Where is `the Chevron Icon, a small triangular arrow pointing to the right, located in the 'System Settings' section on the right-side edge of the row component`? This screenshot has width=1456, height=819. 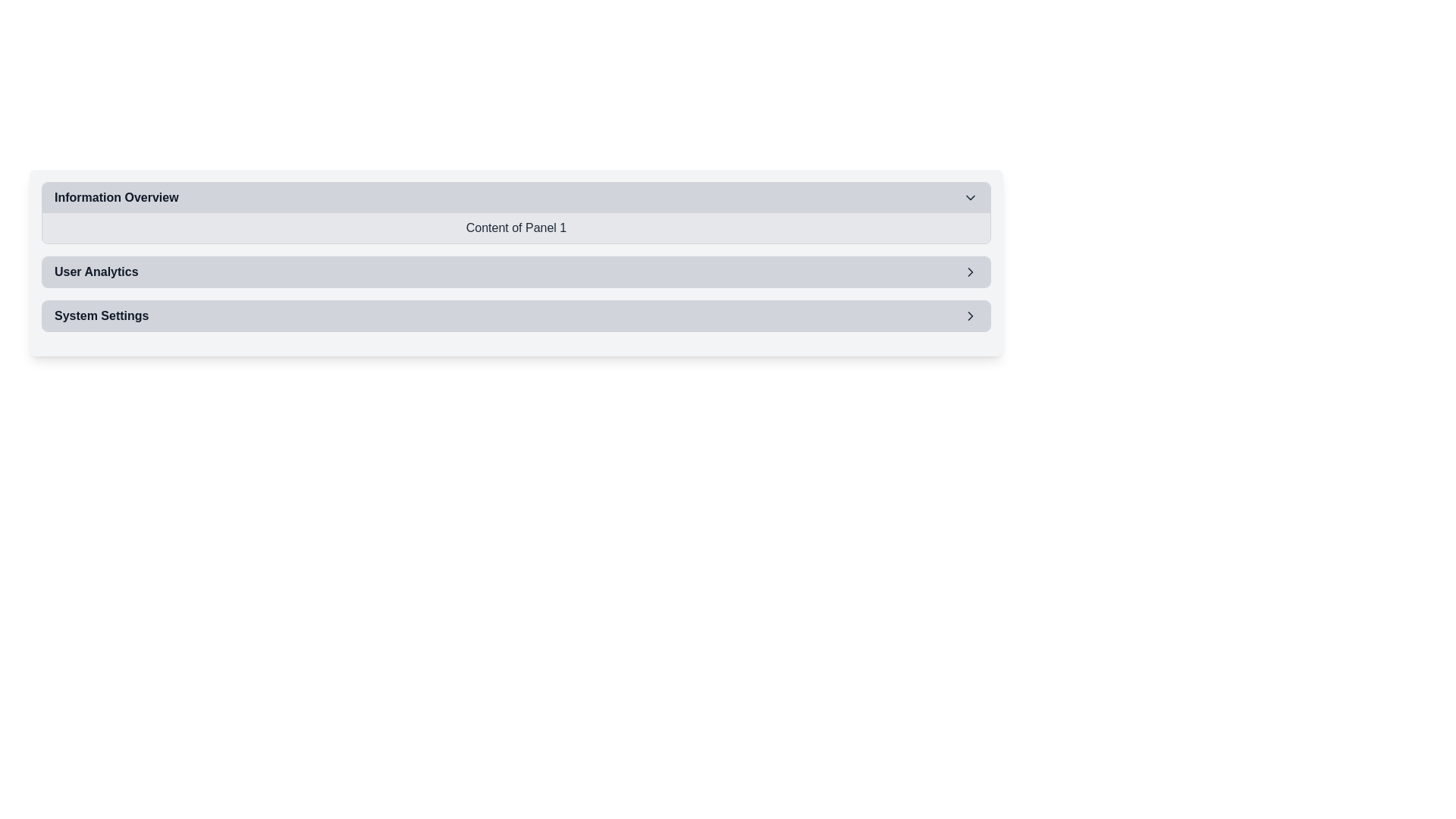 the Chevron Icon, a small triangular arrow pointing to the right, located in the 'System Settings' section on the right-side edge of the row component is located at coordinates (971, 315).